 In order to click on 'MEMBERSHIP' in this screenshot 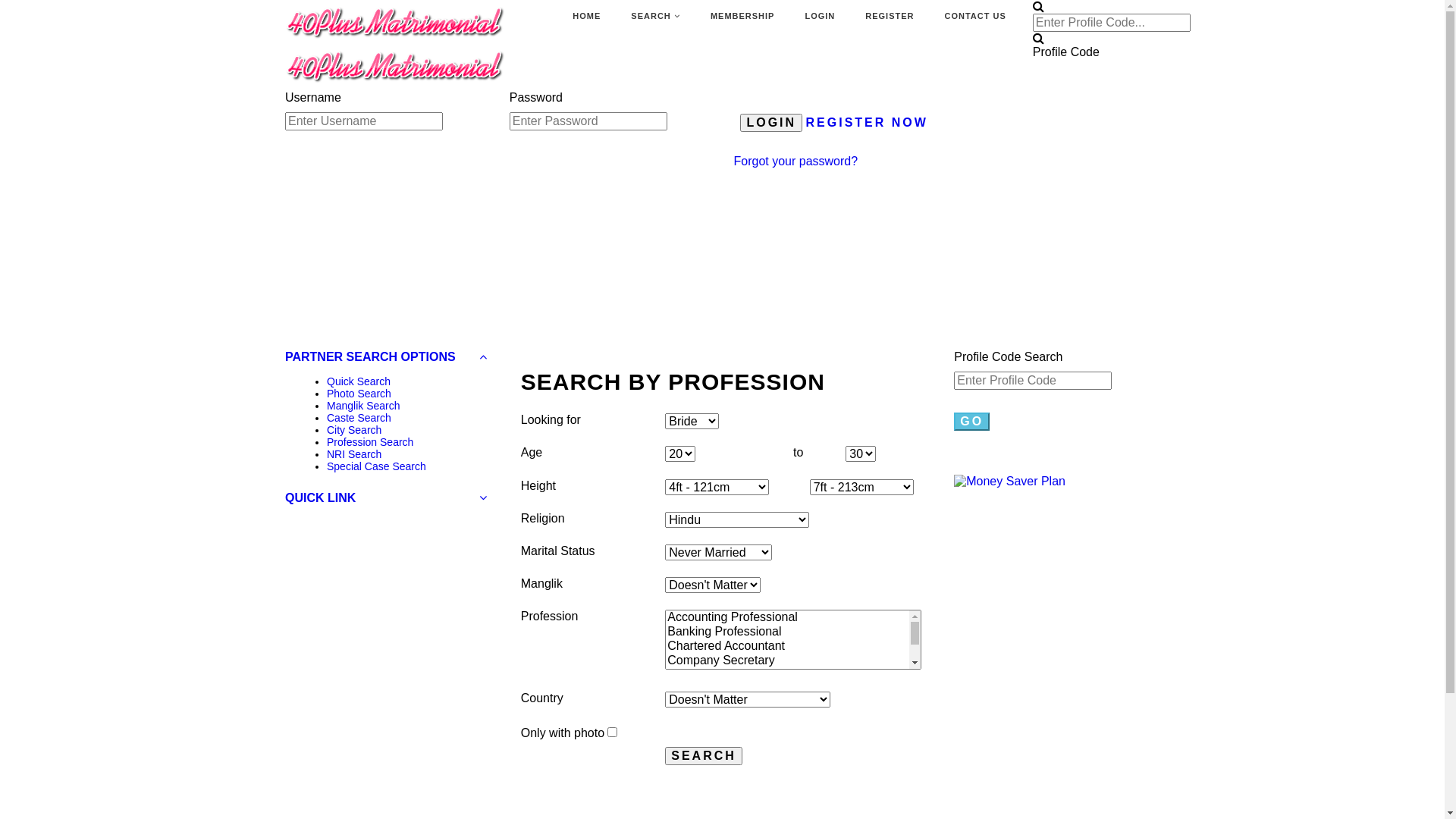, I will do `click(742, 17)`.